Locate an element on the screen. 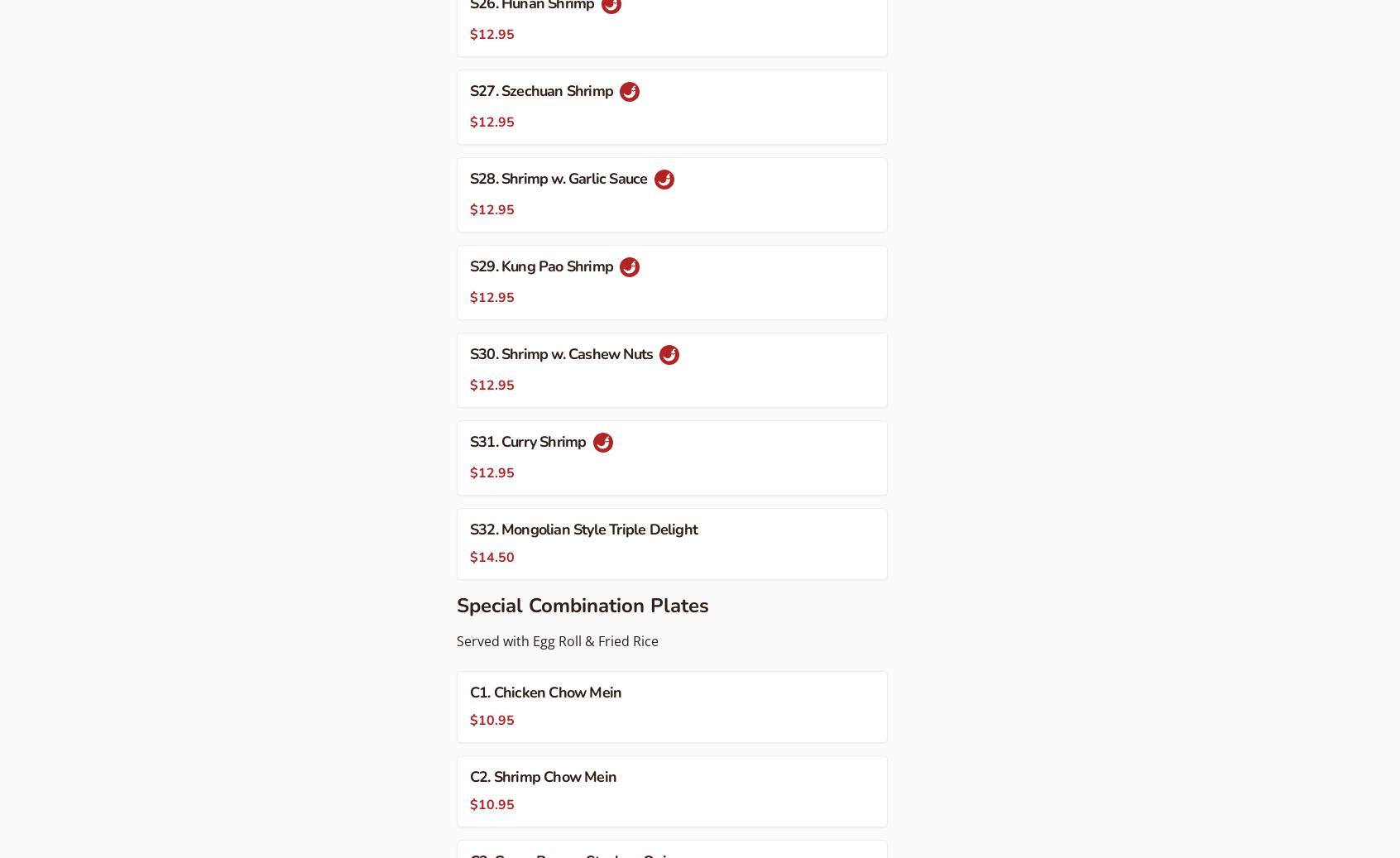 The width and height of the screenshot is (1400, 858). 'C1. Chicken Chow Mein' is located at coordinates (545, 692).